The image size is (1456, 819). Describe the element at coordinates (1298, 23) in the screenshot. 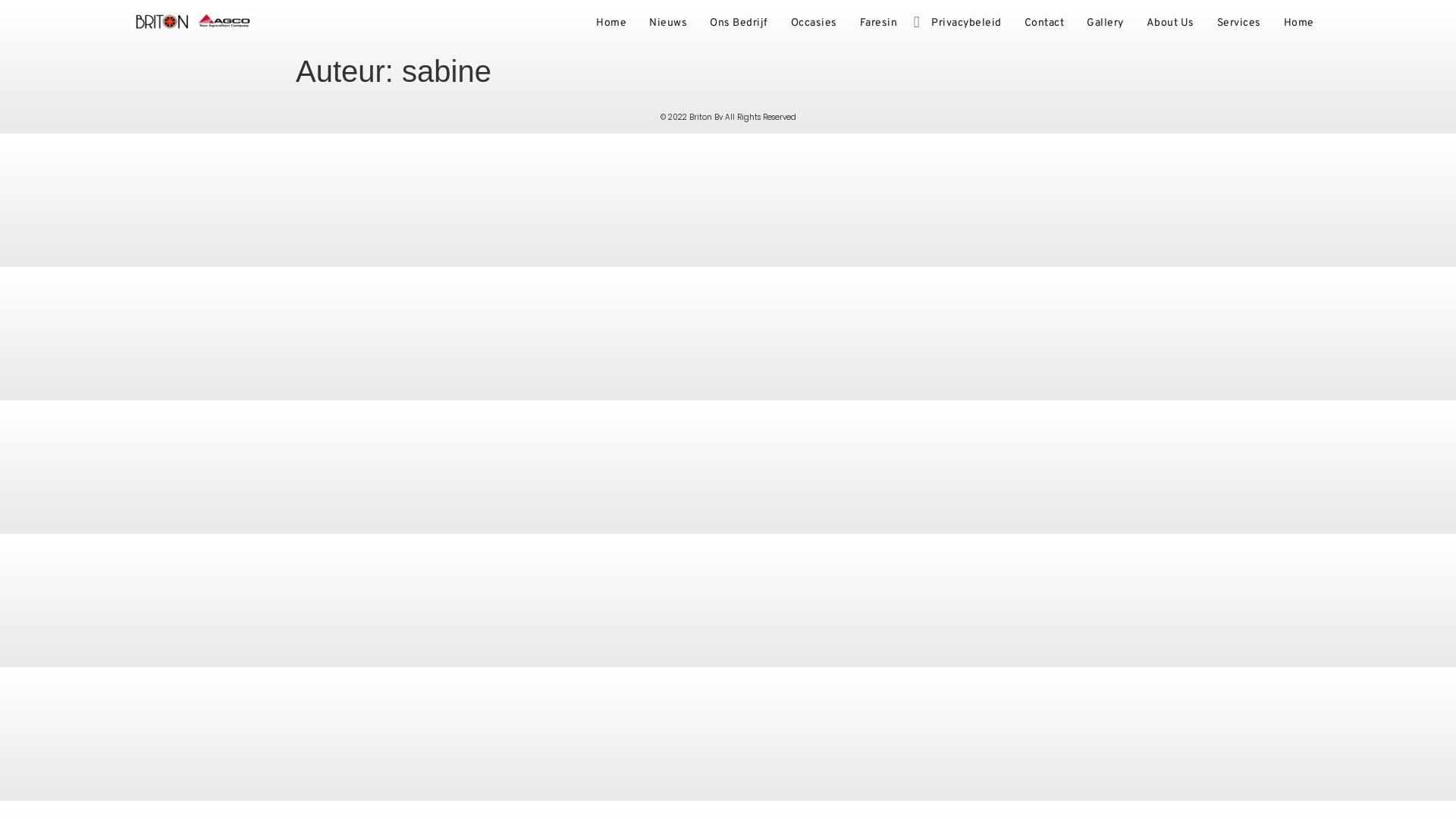

I see `'Home'` at that location.